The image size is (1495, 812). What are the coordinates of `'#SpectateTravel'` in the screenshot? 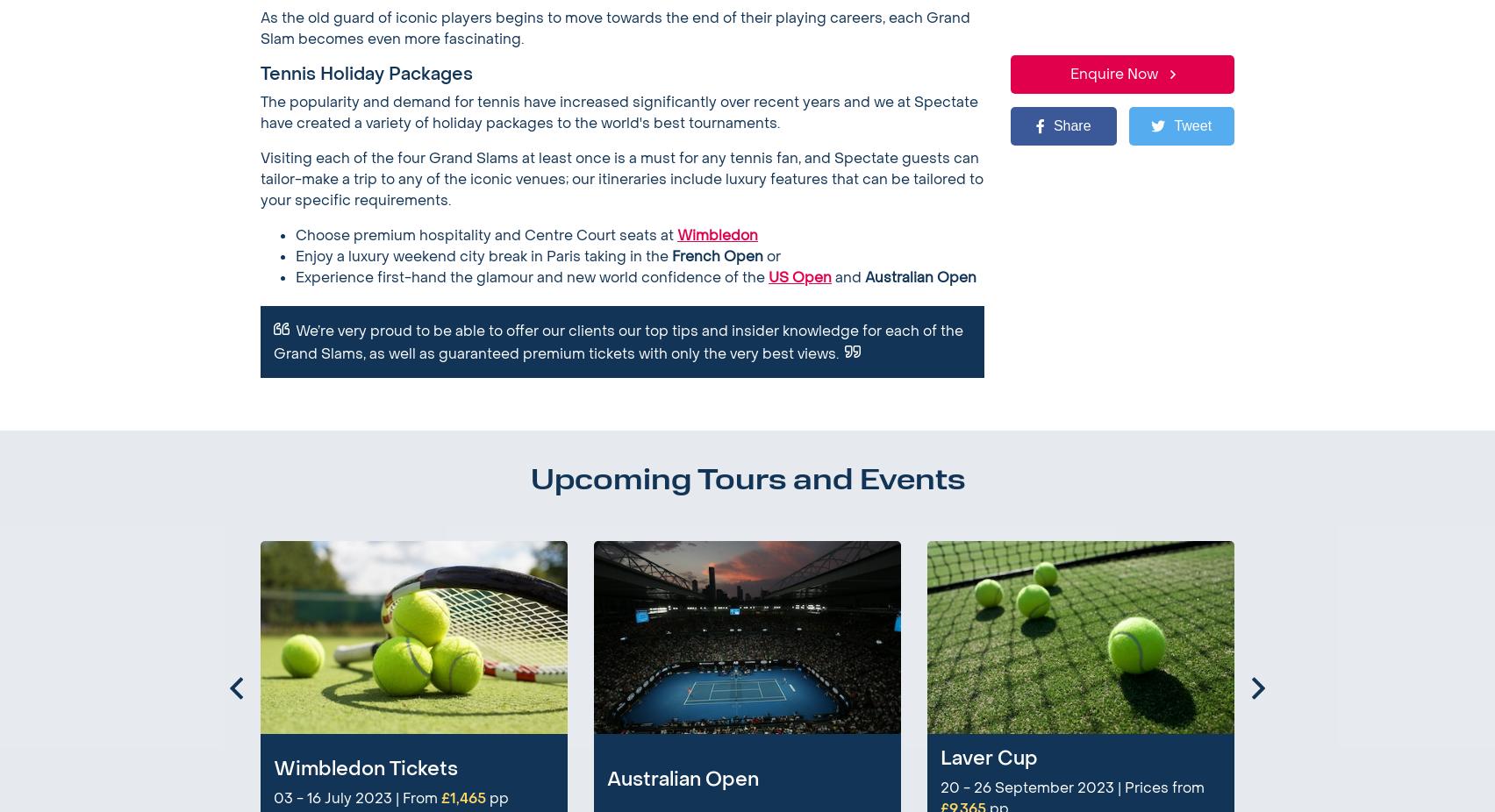 It's located at (1121, 694).